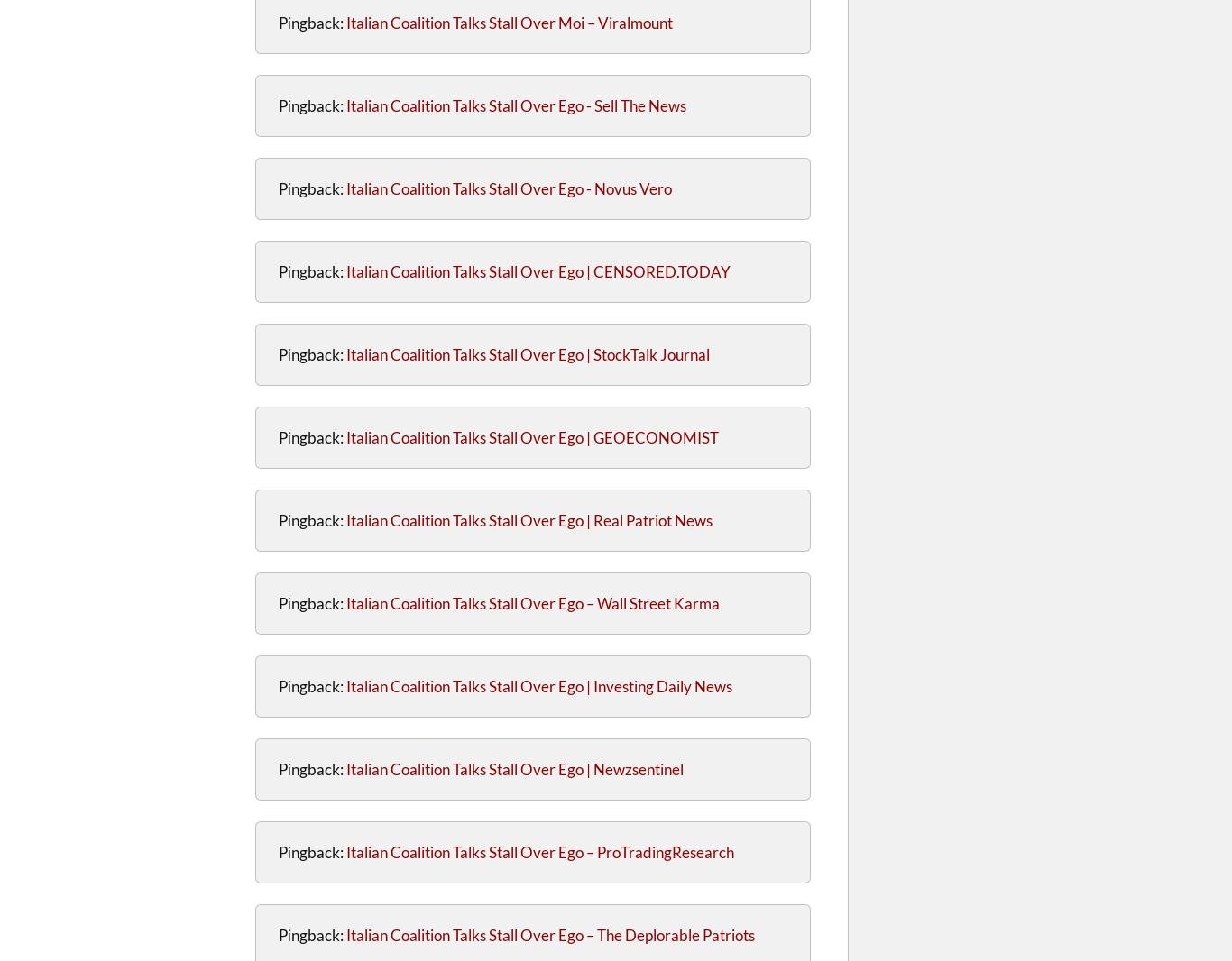 The image size is (1232, 961). Describe the element at coordinates (538, 685) in the screenshot. I see `'Italian Coalition Talks Stall Over Ego | Investing Daily News'` at that location.